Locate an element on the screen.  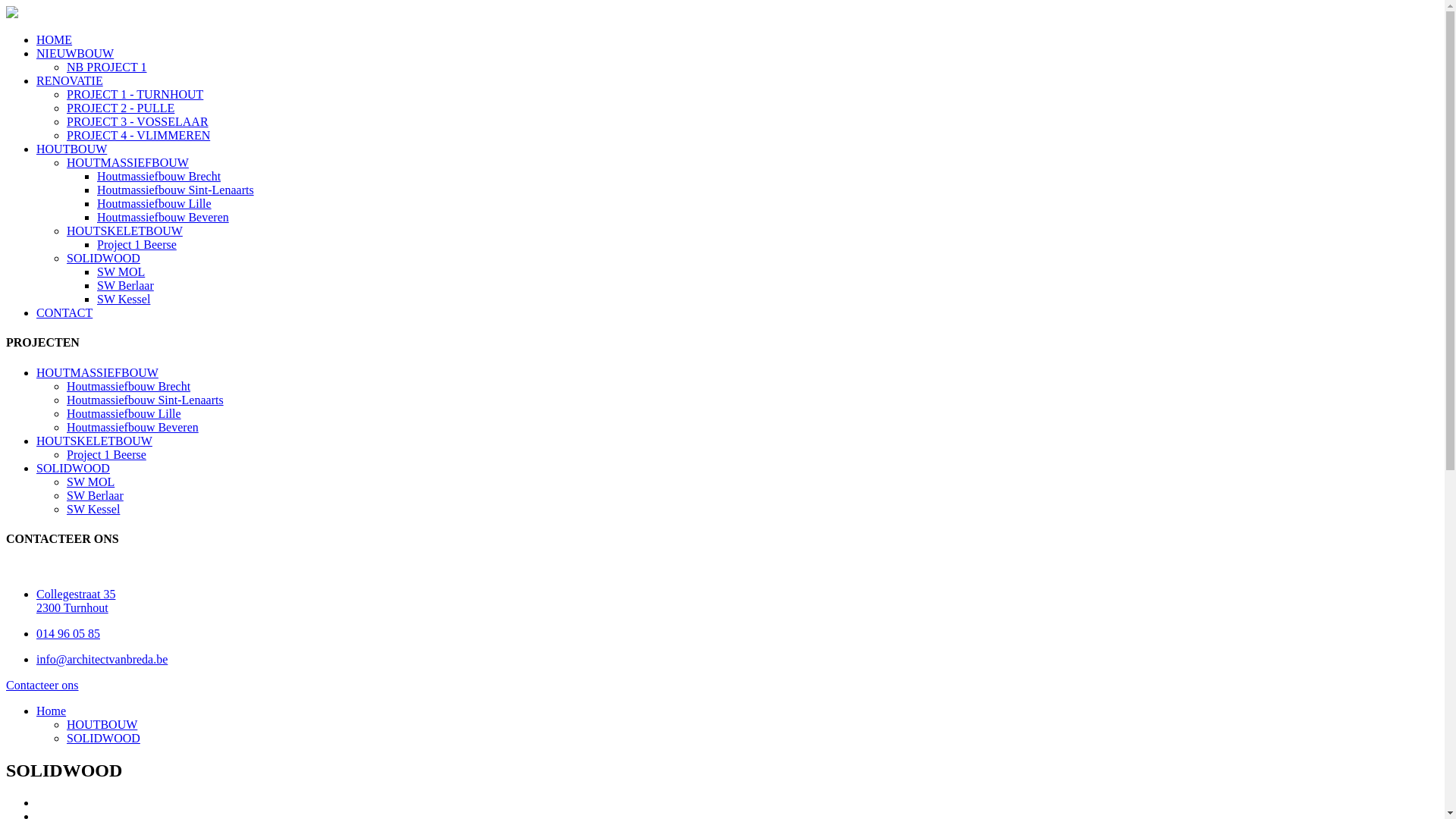
'HOME' is located at coordinates (54, 39).